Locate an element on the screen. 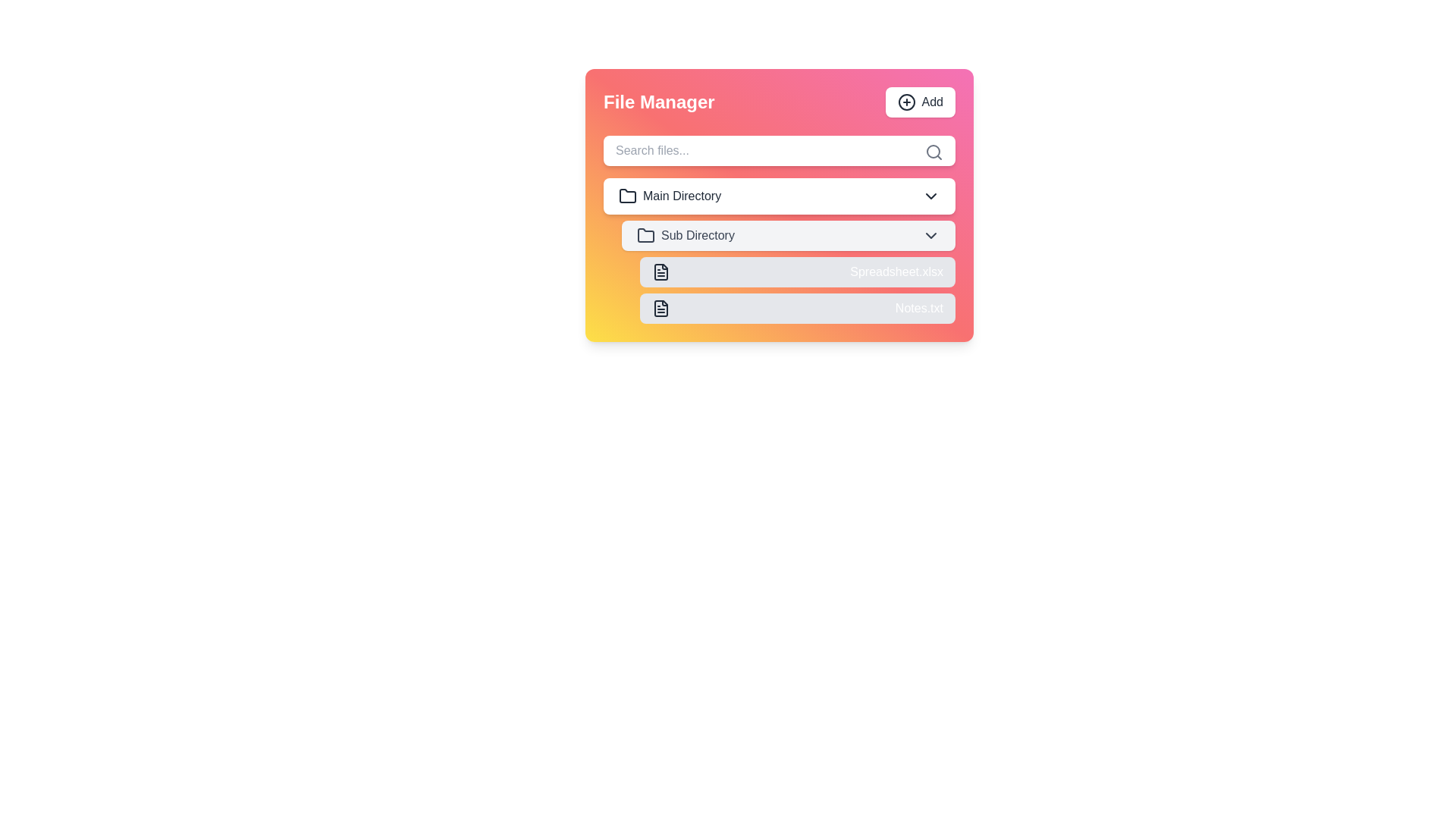  the circular graphical representation in the top-right corner of the 'File Manager' interface, which is part of an icon indicating addition functionality is located at coordinates (906, 102).